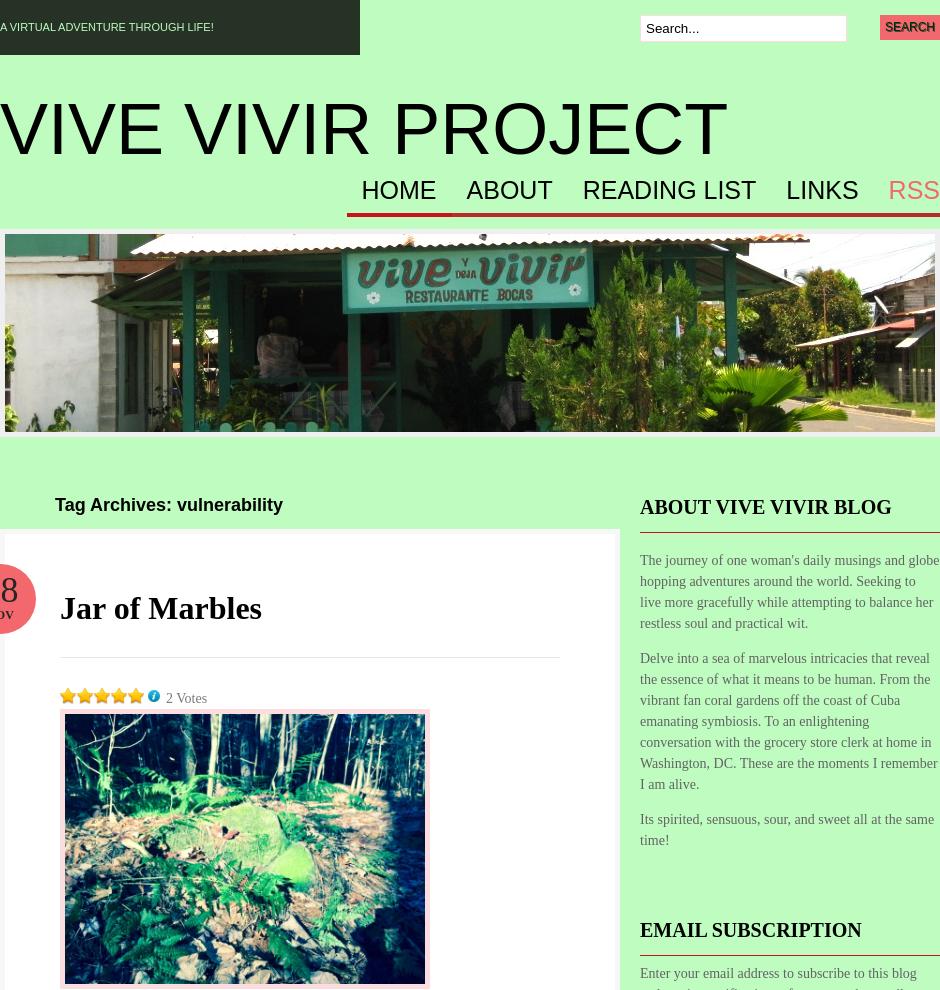  Describe the element at coordinates (749, 929) in the screenshot. I see `'Email Subscription'` at that location.